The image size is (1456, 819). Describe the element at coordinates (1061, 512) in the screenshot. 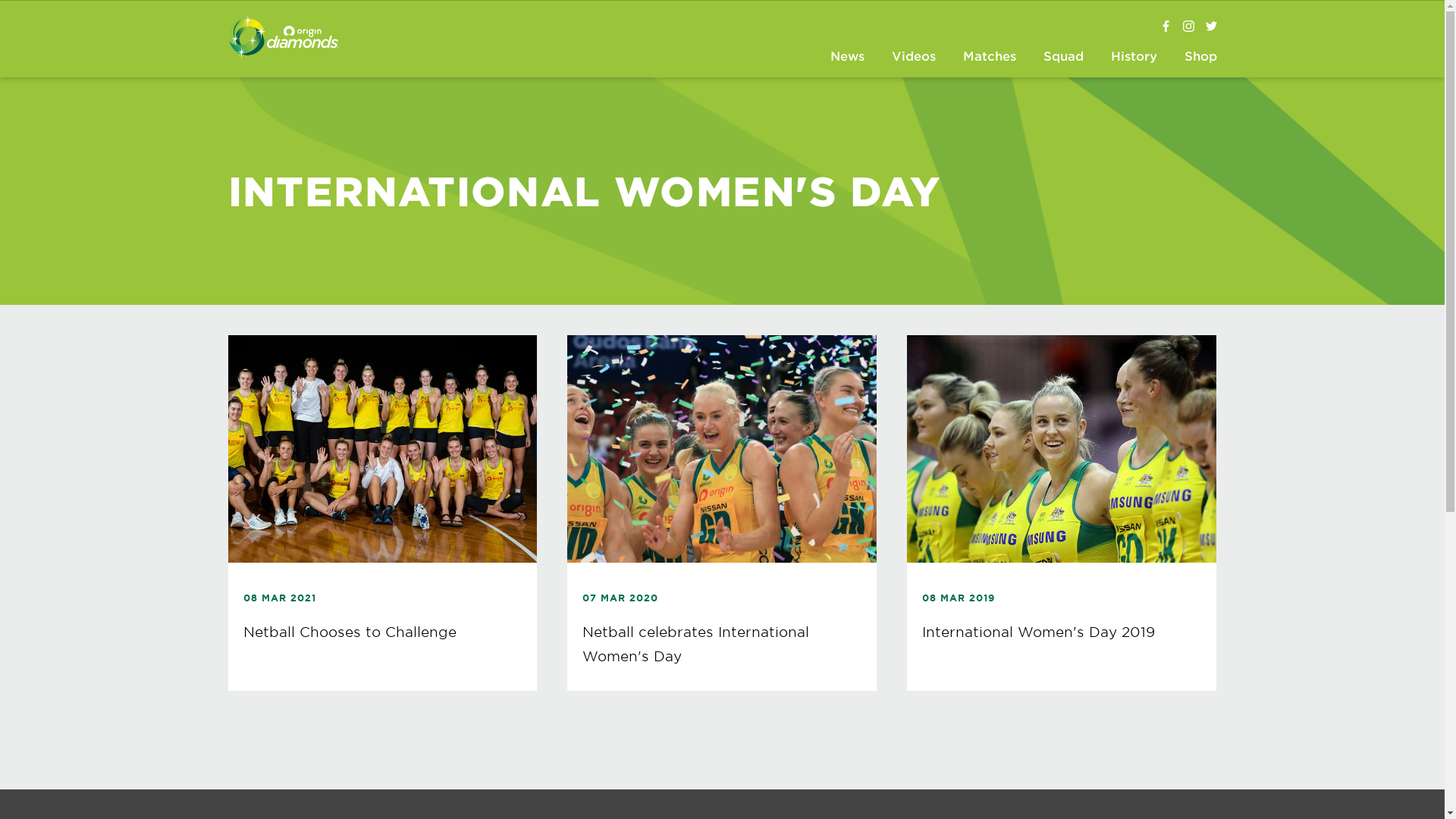

I see `'08 MAR 2019` at that location.